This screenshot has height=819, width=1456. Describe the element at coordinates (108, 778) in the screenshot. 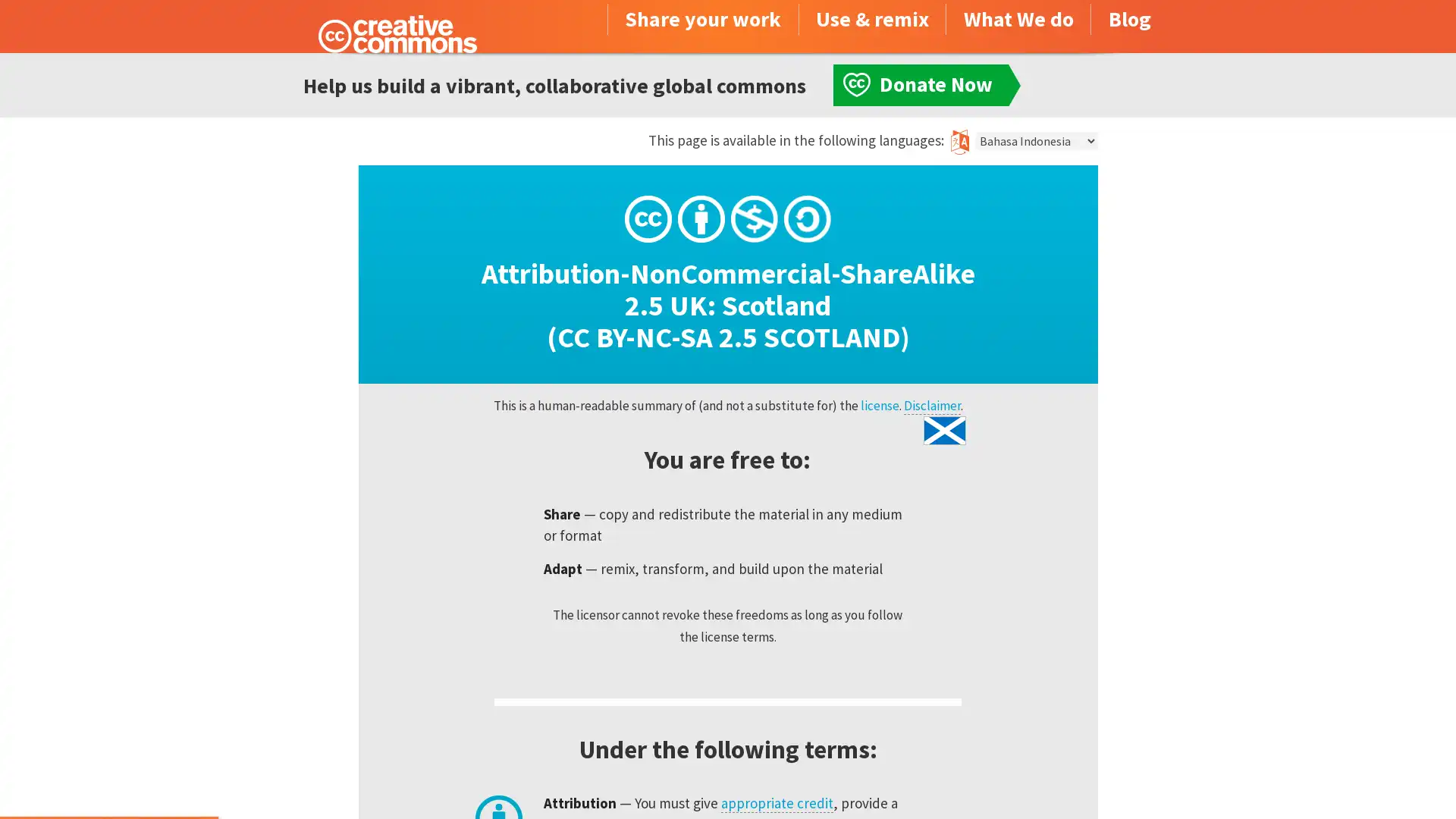

I see `Donate Now` at that location.